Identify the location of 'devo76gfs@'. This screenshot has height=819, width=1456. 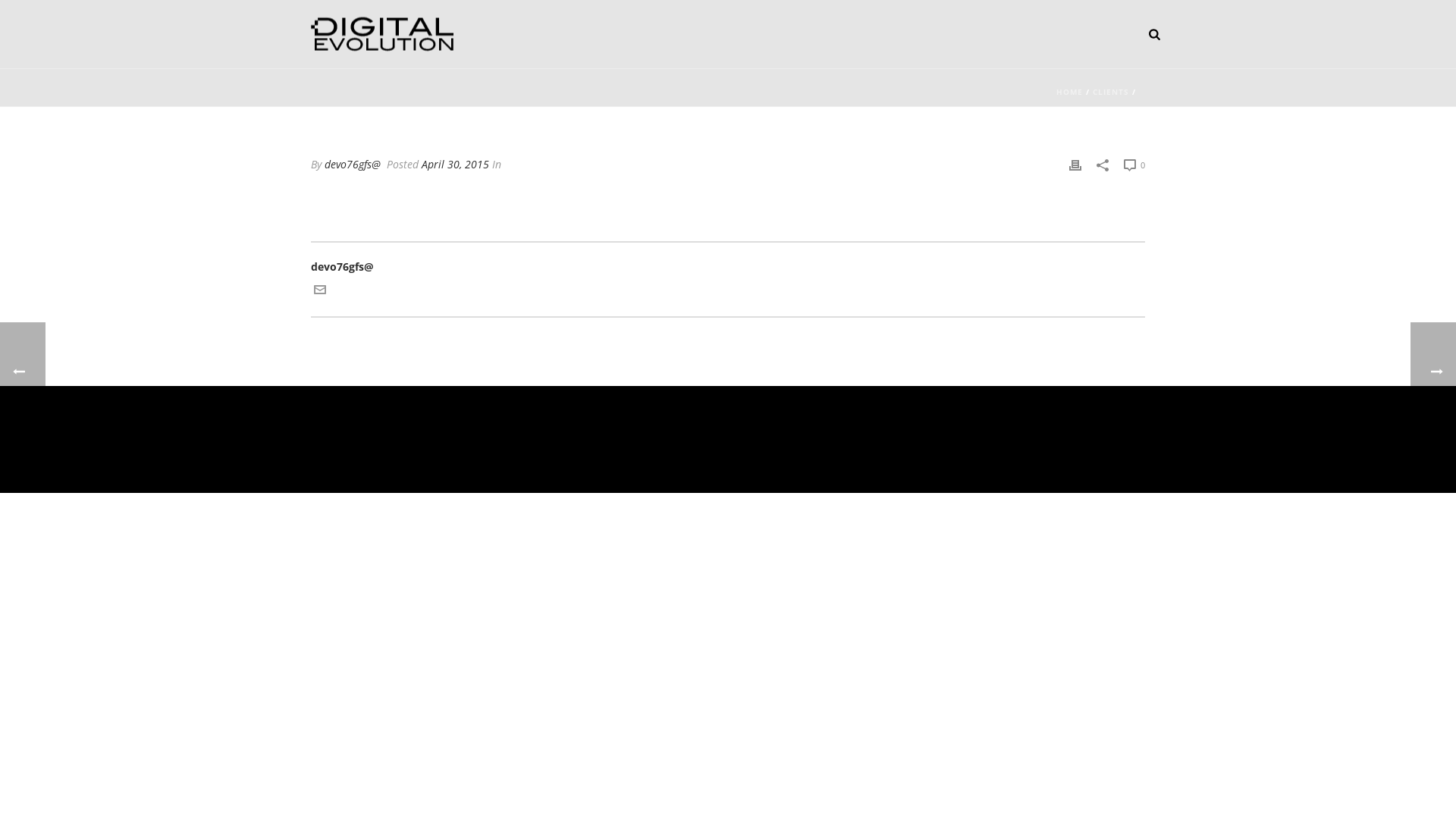
(352, 164).